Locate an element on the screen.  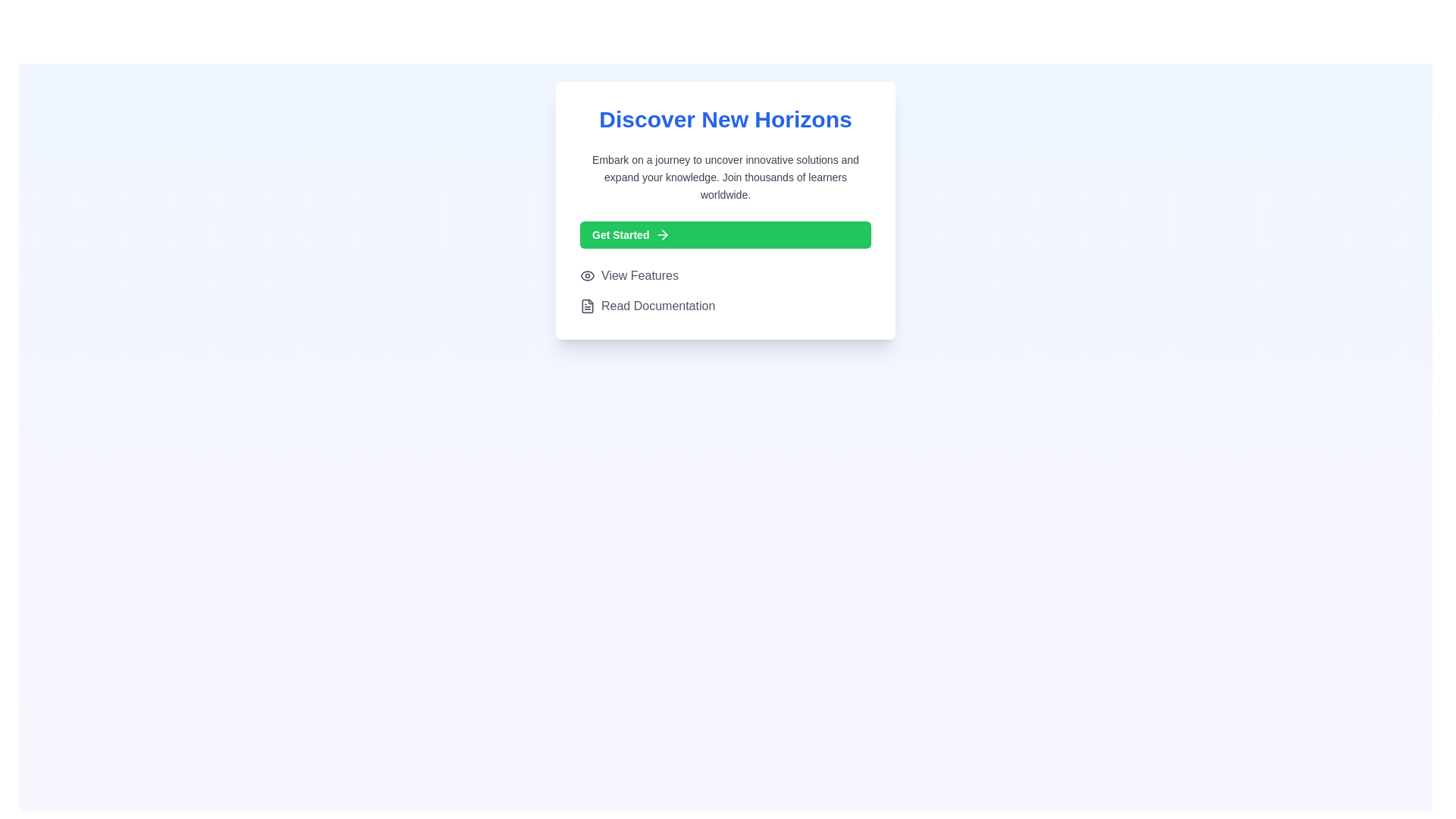
the call-to-action button located below the 'Discover New Horizons' title and above the 'View Features' and 'Read Documentation' elements to initiate an action is located at coordinates (724, 234).